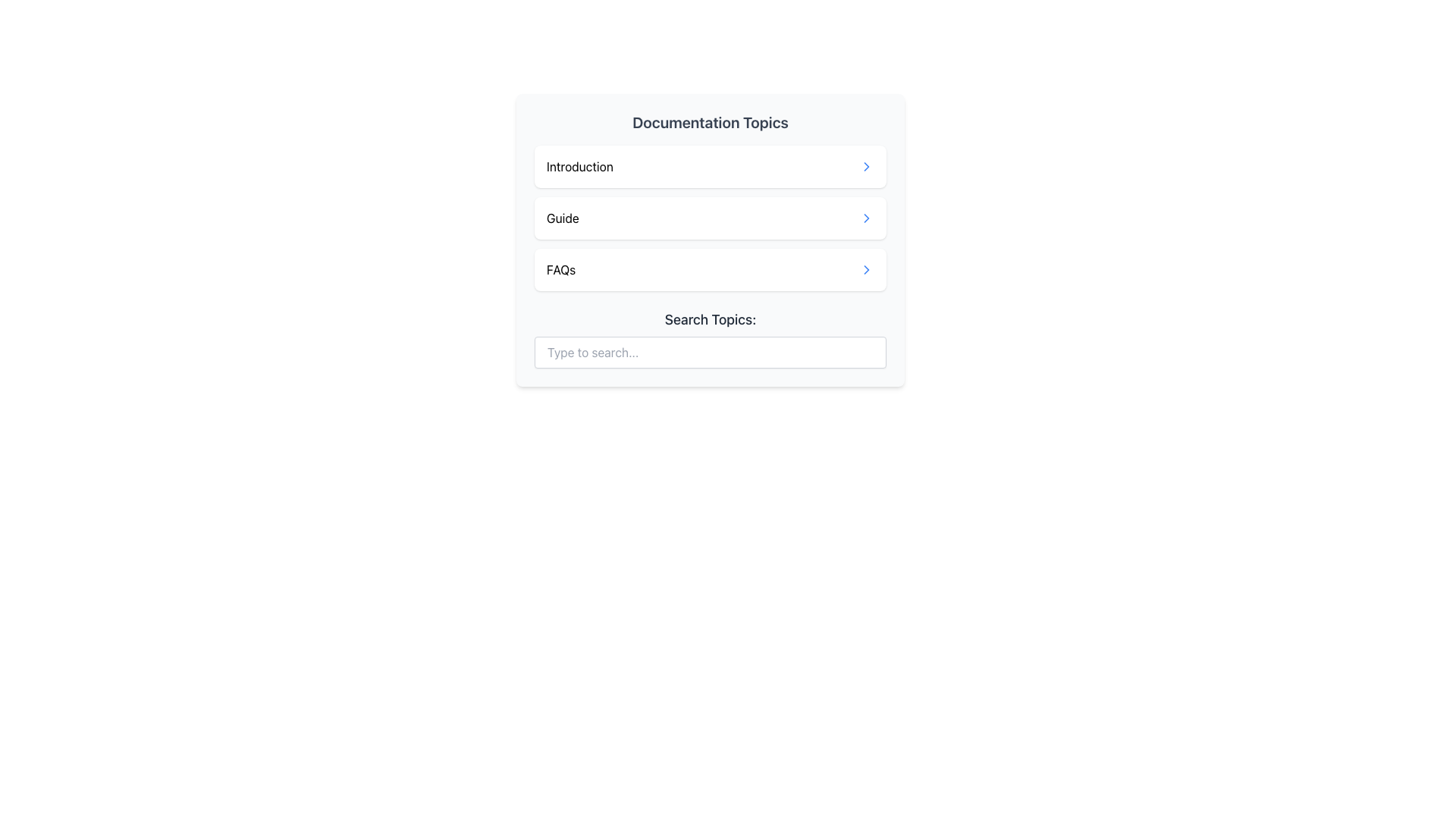  What do you see at coordinates (709, 218) in the screenshot?
I see `the interactive card labeled 'Guide' located in the 'Documentation Topics' section` at bounding box center [709, 218].